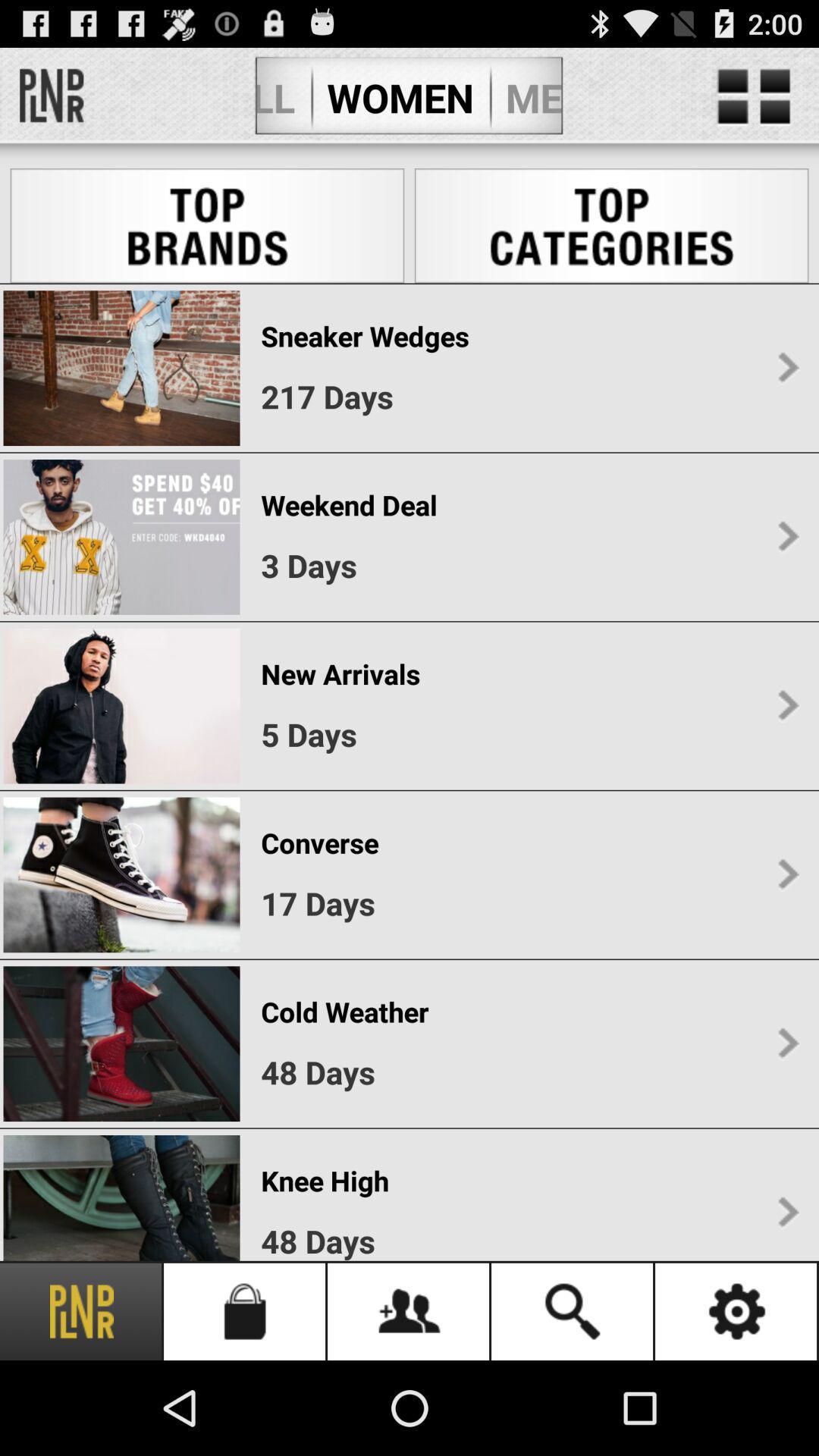 Image resolution: width=819 pixels, height=1456 pixels. What do you see at coordinates (121, 368) in the screenshot?
I see `the first image below top brands` at bounding box center [121, 368].